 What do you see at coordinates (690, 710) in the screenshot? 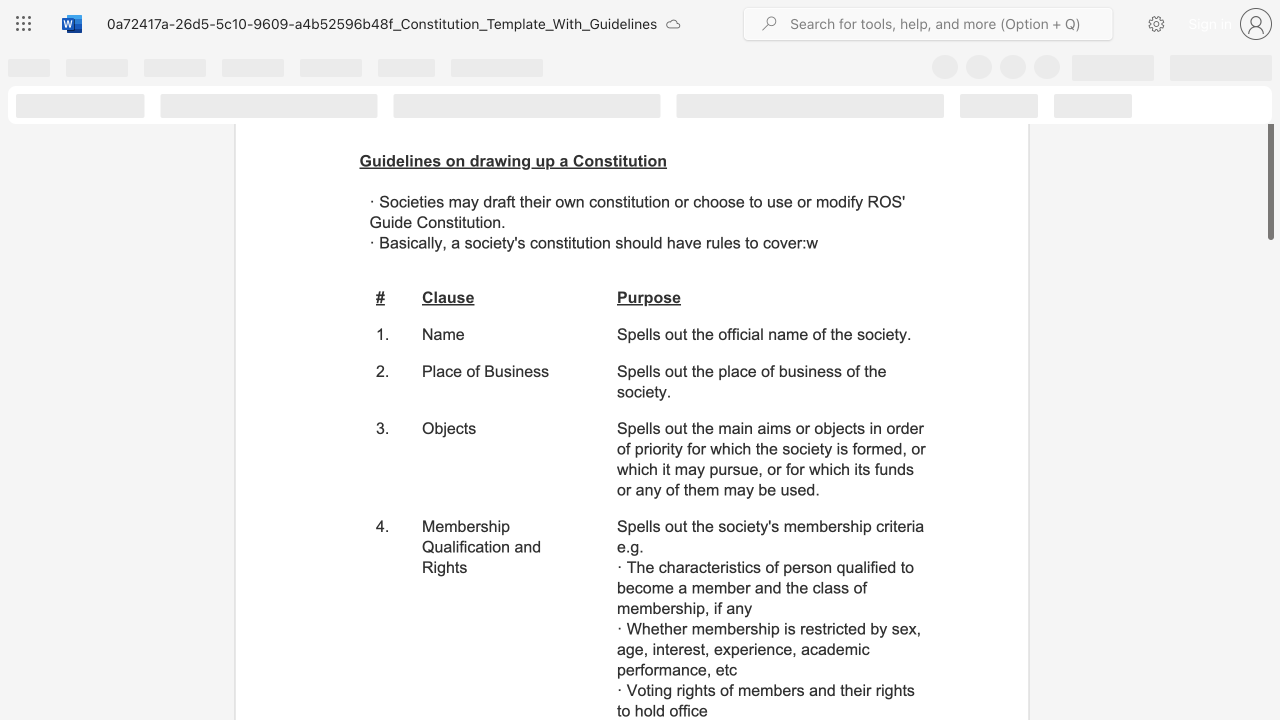
I see `the subset text "ce" within the text "· Voting rights of members and their rights to hold office"` at bounding box center [690, 710].